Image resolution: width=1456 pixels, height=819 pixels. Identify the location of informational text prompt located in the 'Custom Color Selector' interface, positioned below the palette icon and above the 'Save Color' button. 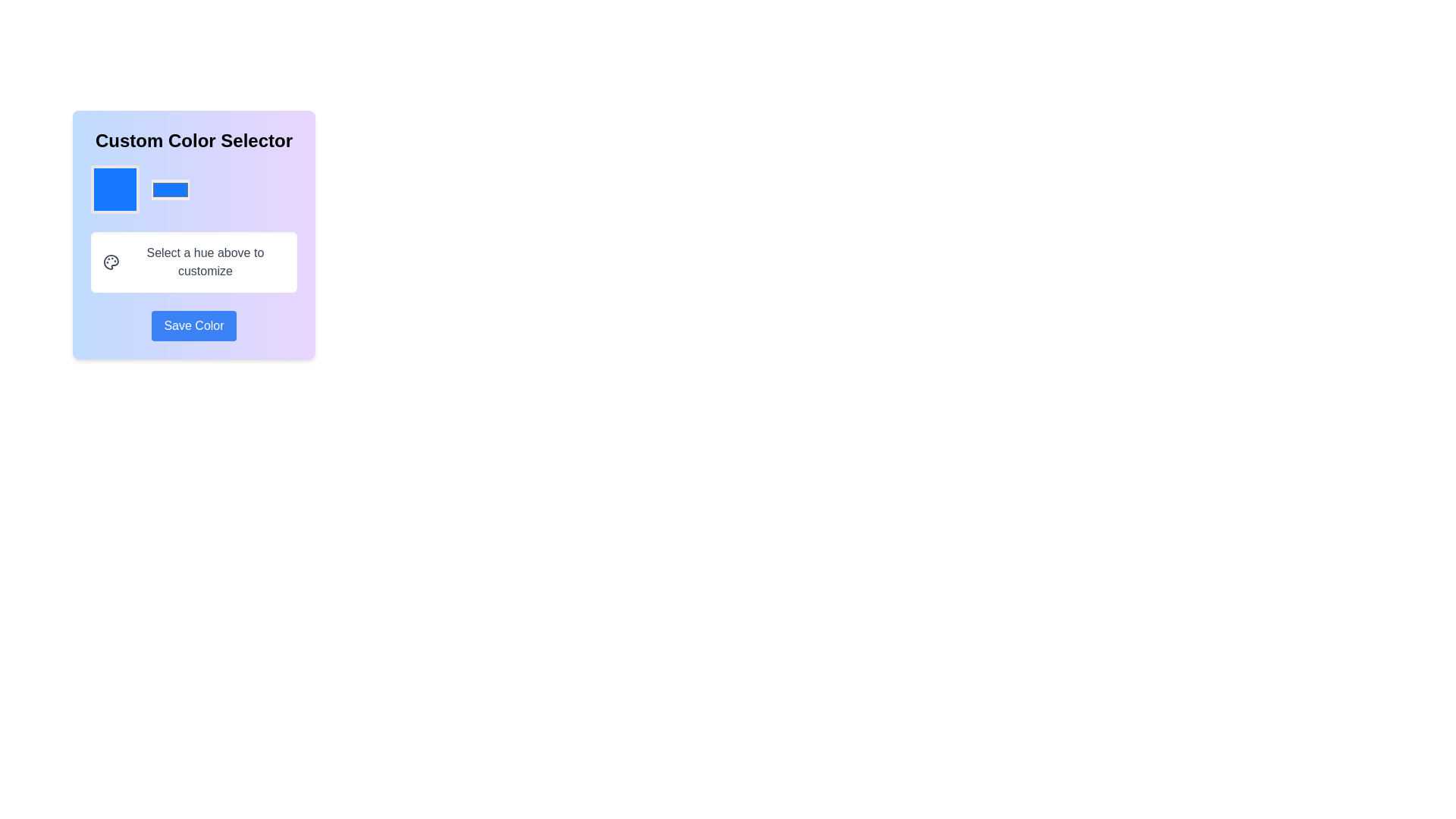
(204, 262).